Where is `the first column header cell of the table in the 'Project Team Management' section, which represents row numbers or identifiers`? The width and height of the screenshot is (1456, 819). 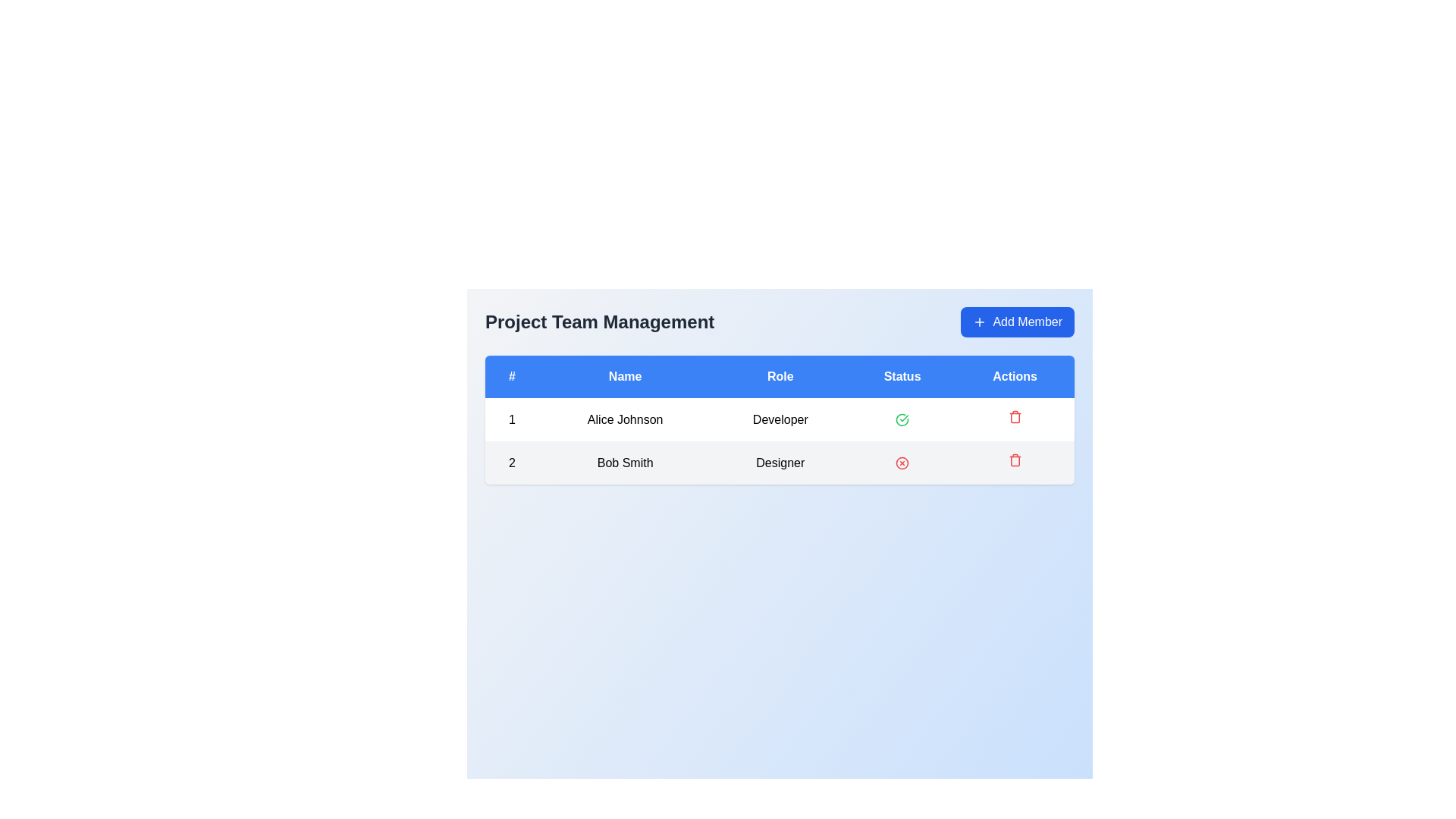
the first column header cell of the table in the 'Project Team Management' section, which represents row numbers or identifiers is located at coordinates (512, 376).